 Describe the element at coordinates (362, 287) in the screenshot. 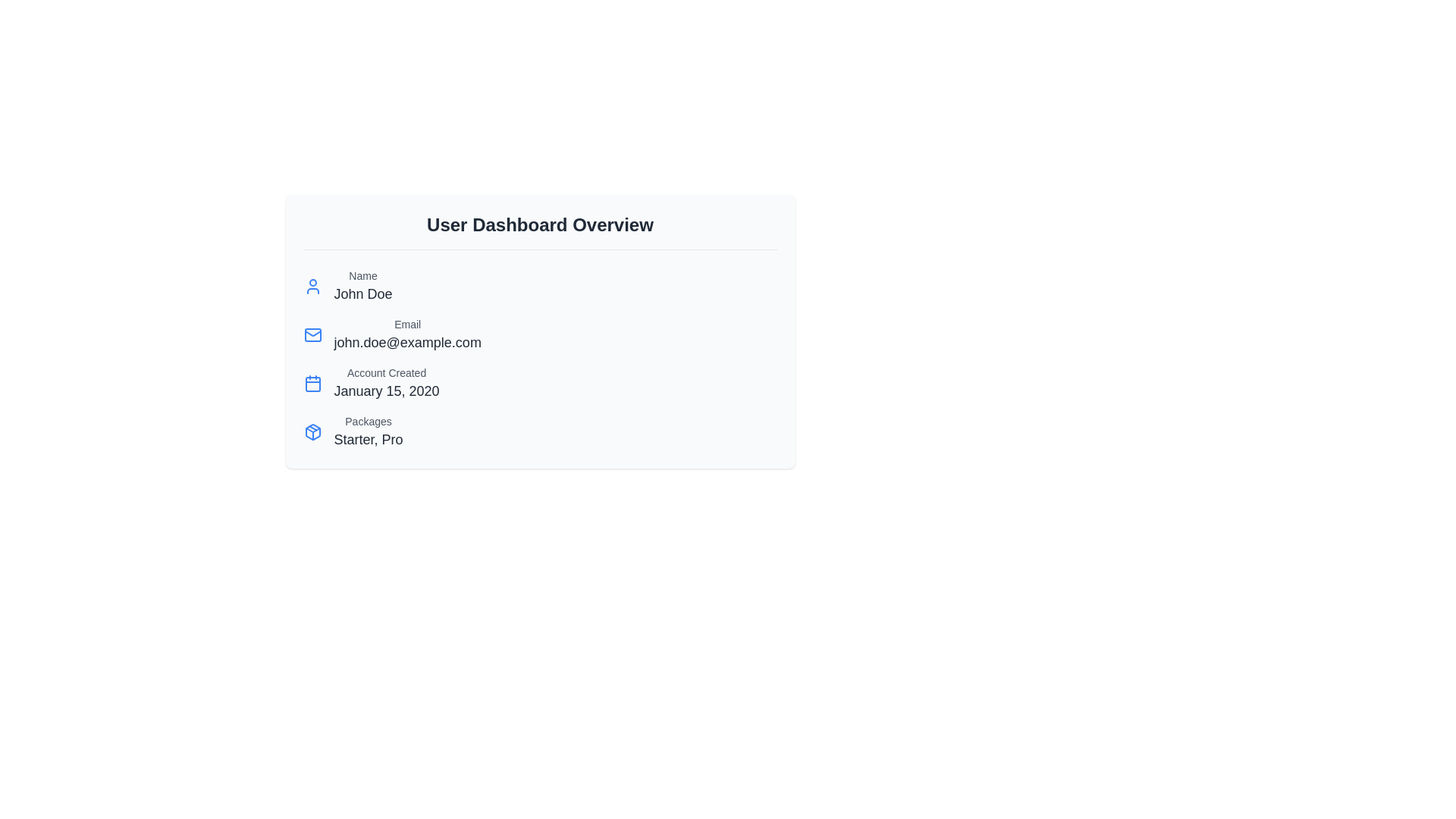

I see `the Text block displaying the user's name ('John Doe') with the label 'Name' located in the 'User Dashboard Overview' section` at that location.